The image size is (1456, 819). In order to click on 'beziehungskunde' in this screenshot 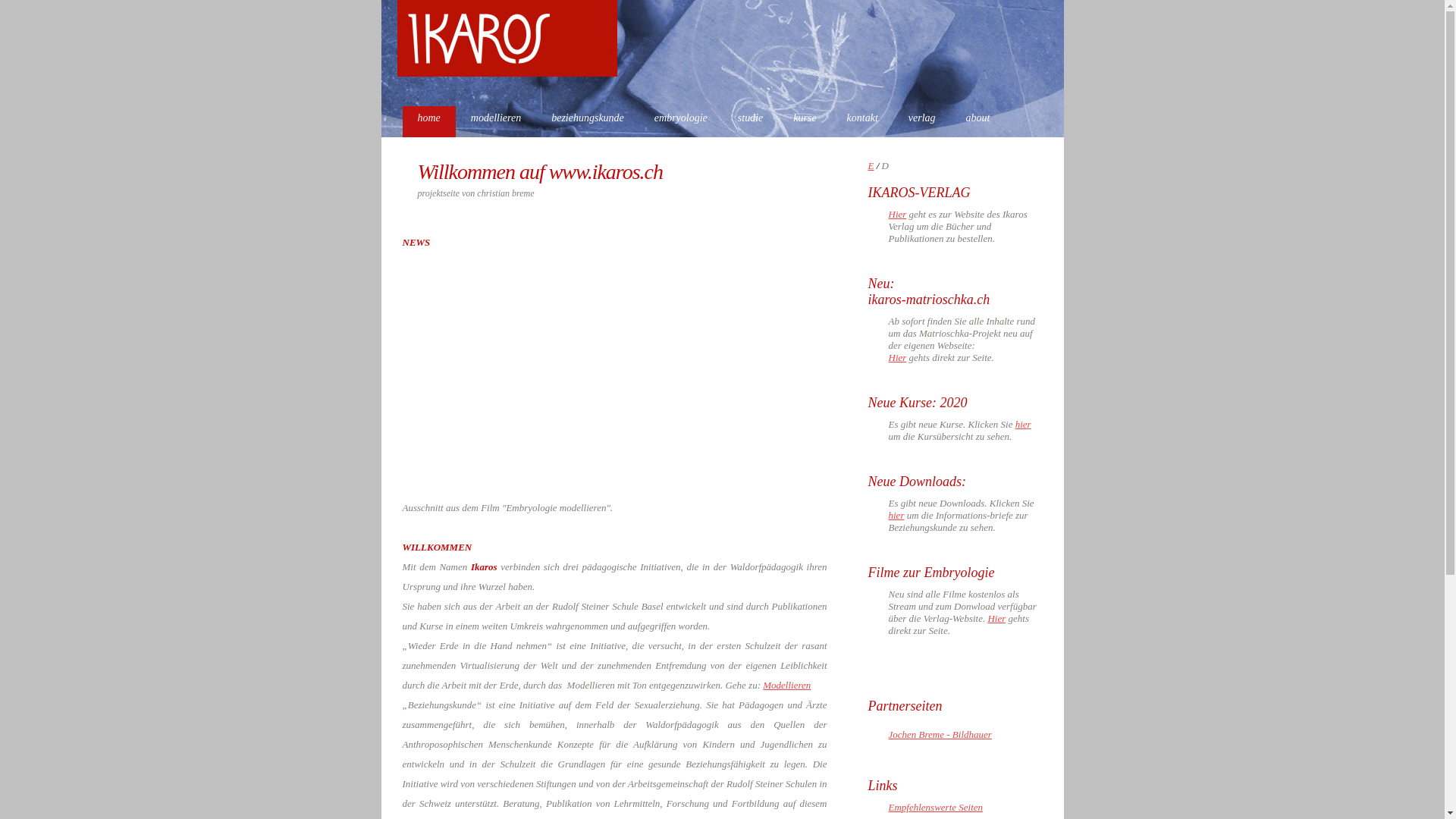, I will do `click(586, 121)`.